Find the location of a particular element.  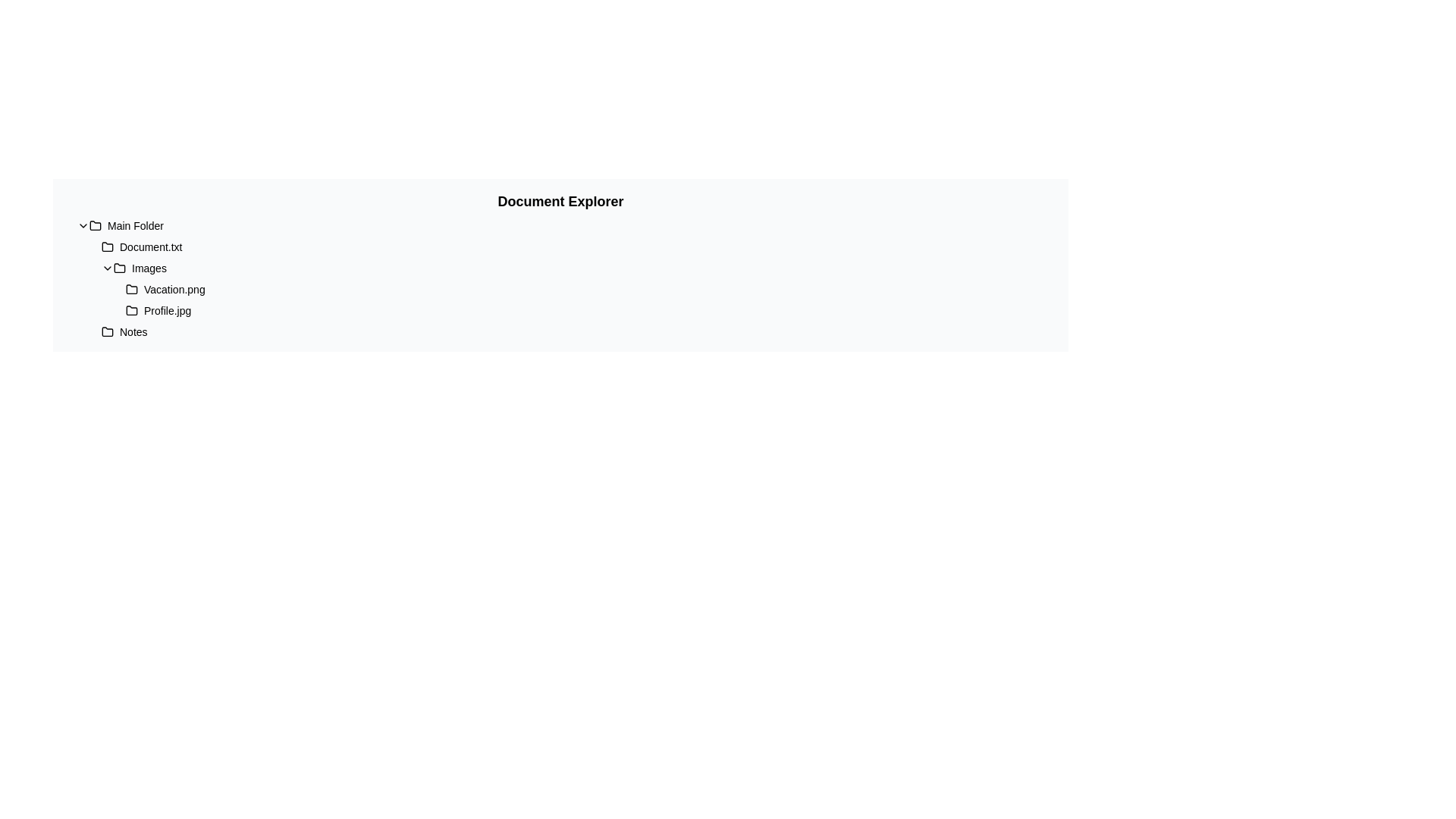

the folder icon associated with the text label 'Profile.jpg' located under the 'Images' folder in the document explorer interface is located at coordinates (131, 309).